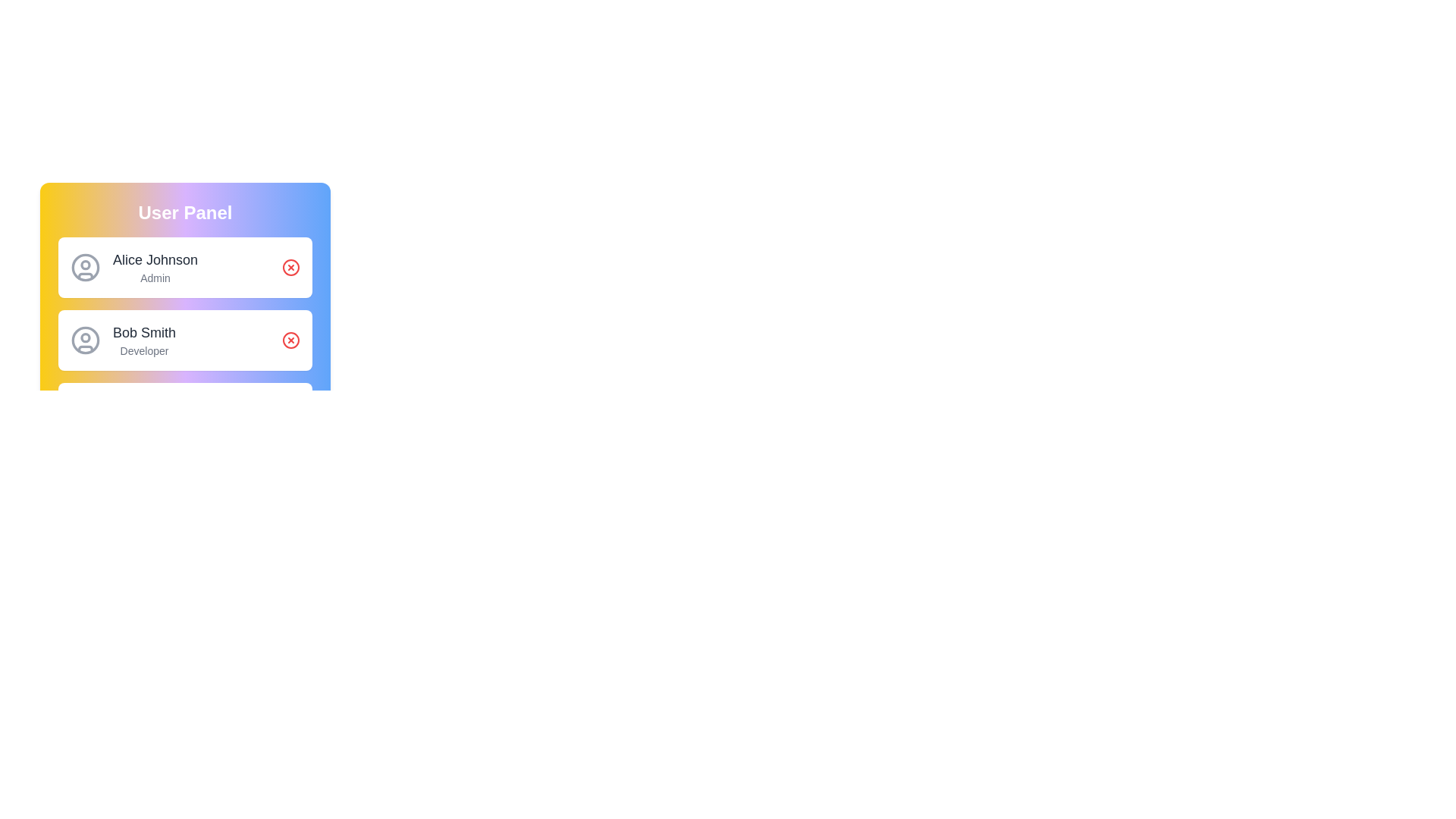  What do you see at coordinates (85, 336) in the screenshot?
I see `the small circular graphical feature representing the user profile picture of 'Bob Smith', located in the user list` at bounding box center [85, 336].